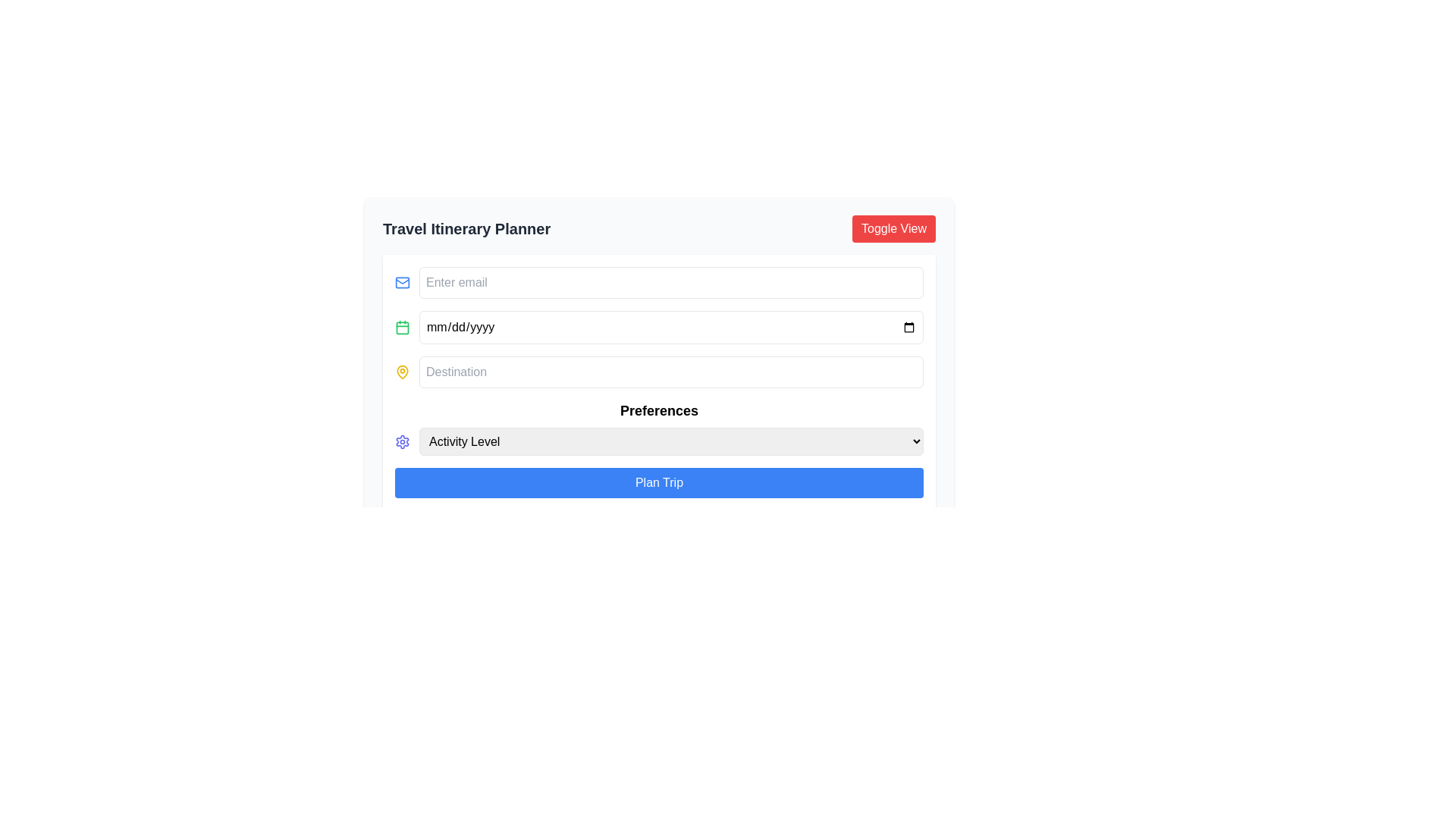 The image size is (1456, 819). What do you see at coordinates (659, 482) in the screenshot?
I see `the 'Plan Trip' button located at the bottom of the form` at bounding box center [659, 482].